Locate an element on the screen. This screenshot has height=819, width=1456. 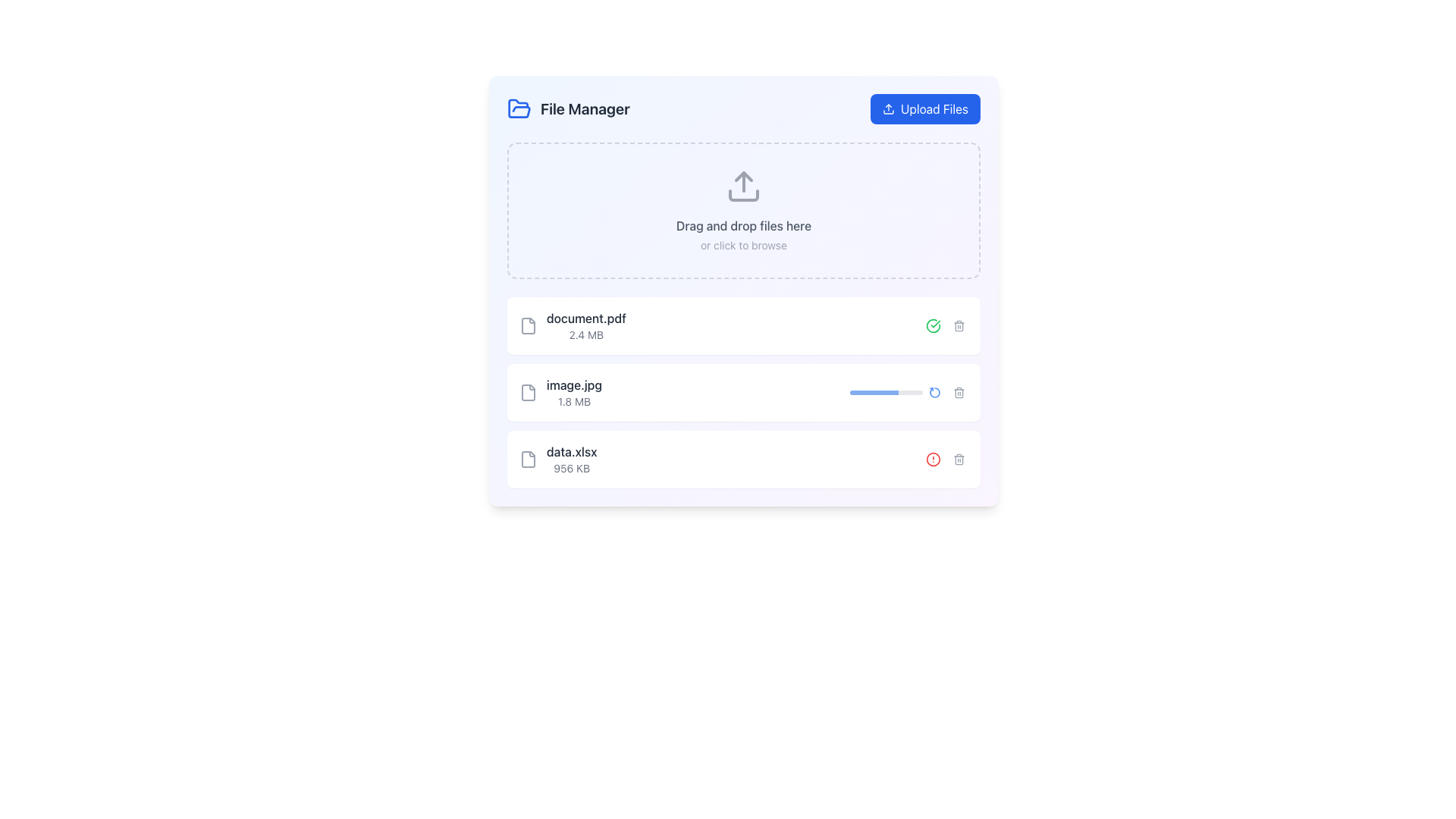
the Loading progress indicator for the 'image.jpg' file, which visually represents the loading status of the task, positioned in the middle of the second file row in the file manager interface is located at coordinates (874, 391).